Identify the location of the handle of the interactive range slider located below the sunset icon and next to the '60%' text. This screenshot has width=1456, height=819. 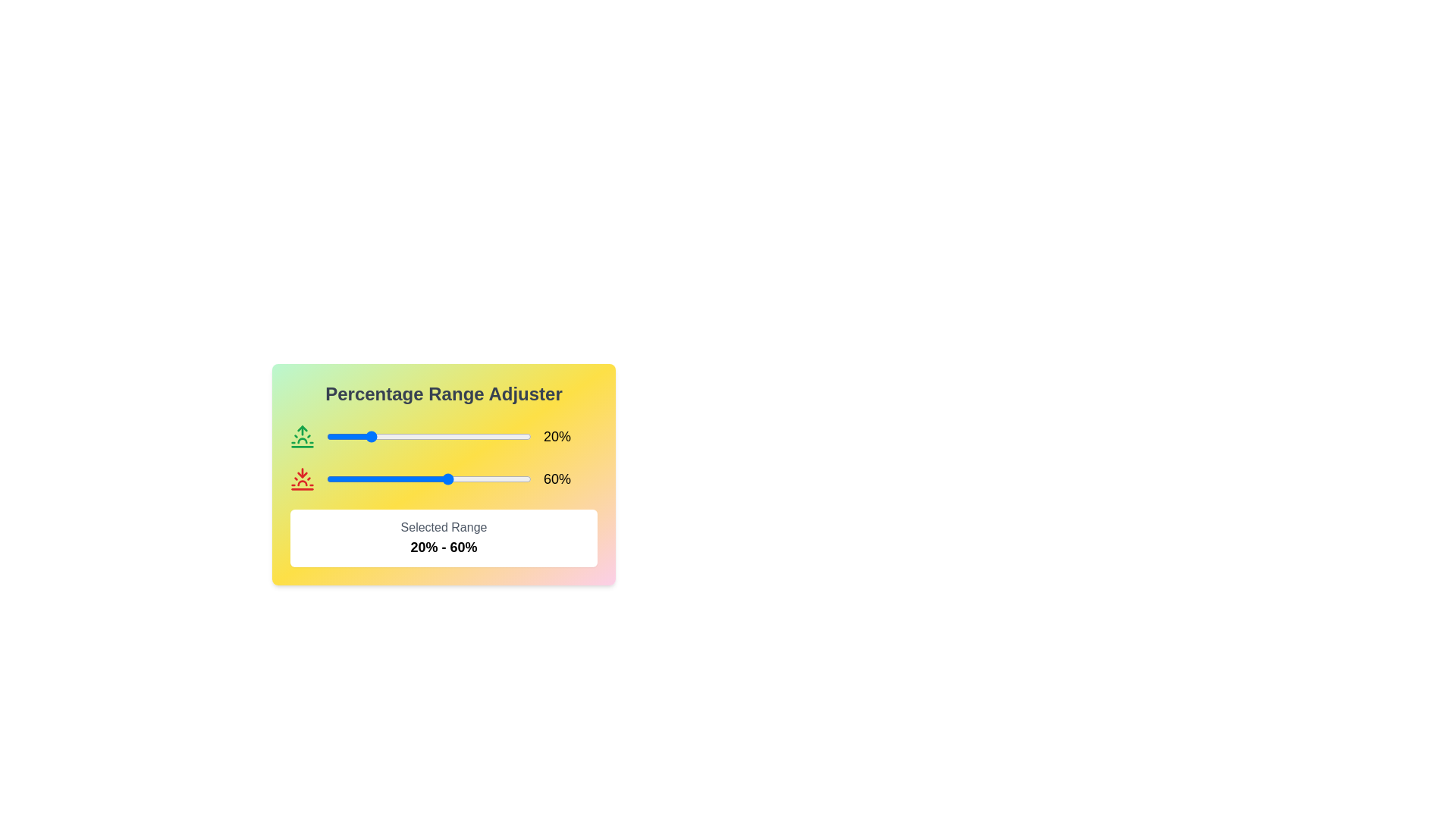
(428, 479).